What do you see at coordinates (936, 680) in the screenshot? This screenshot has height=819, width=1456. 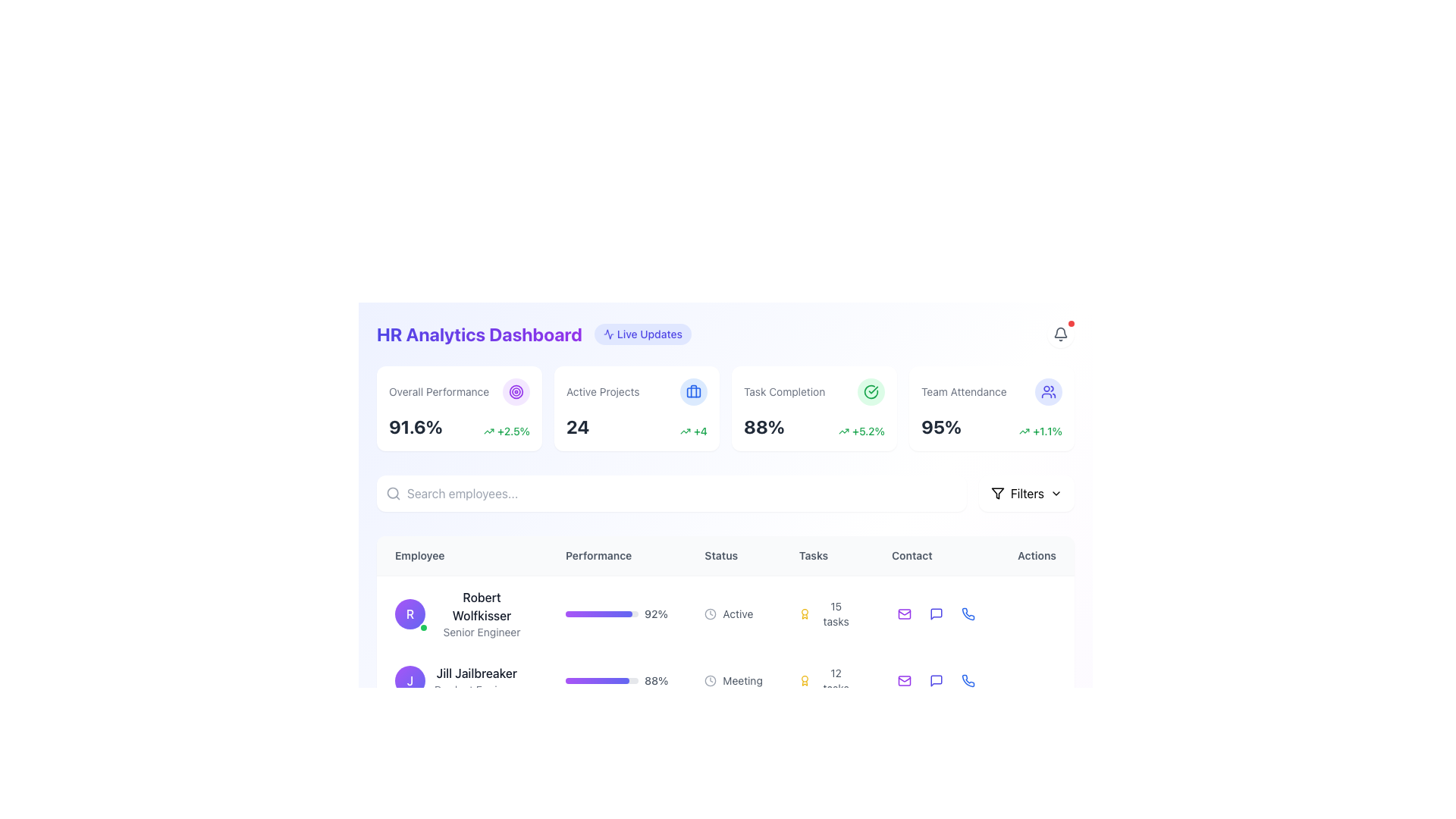 I see `the blue speech bubble icon button in the 'Contact' column of the second row corresponding to Jill Jailbreaker to initiate a chat` at bounding box center [936, 680].